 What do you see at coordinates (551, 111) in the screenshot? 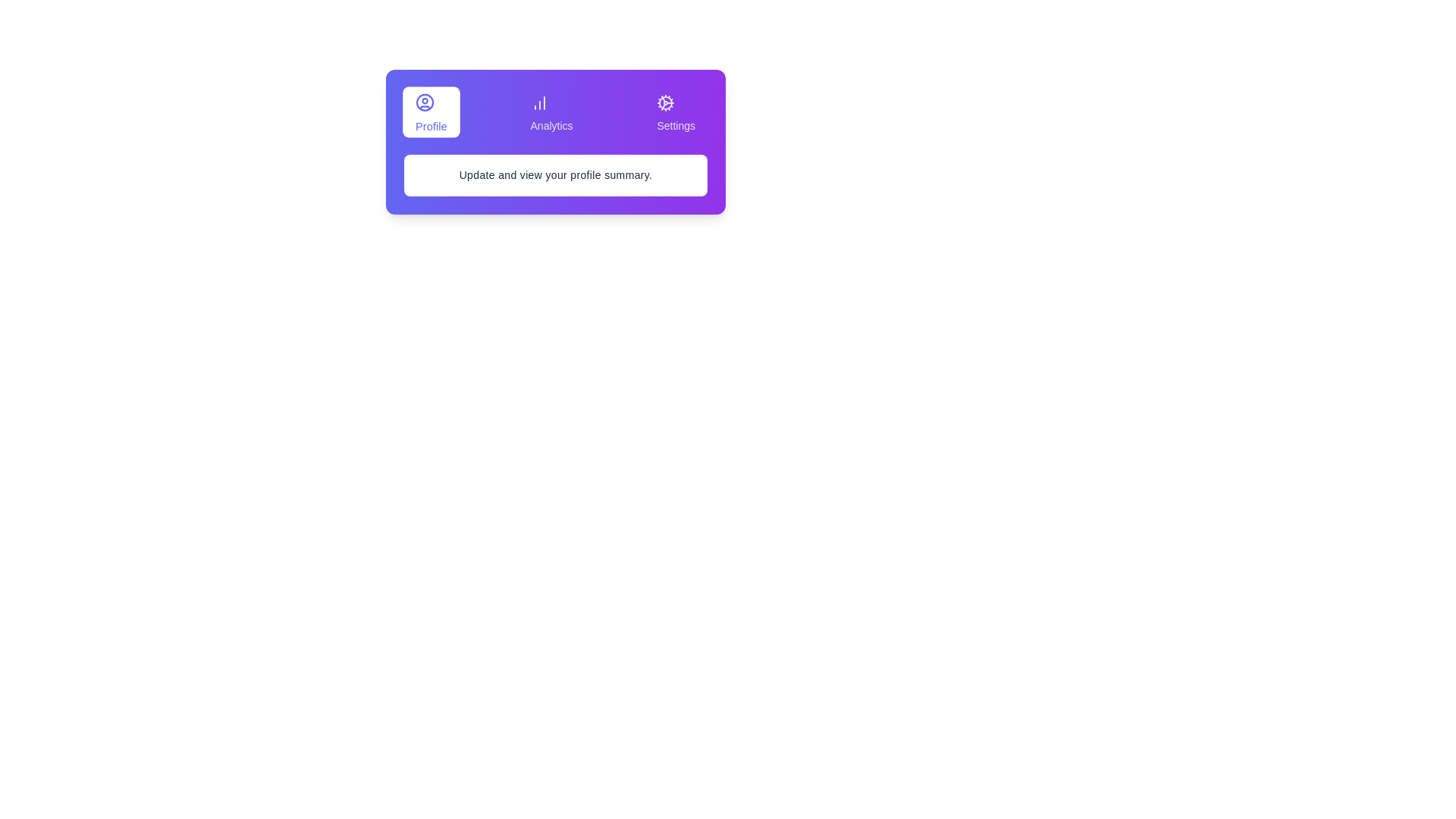
I see `the Analytics tab to trigger hover effects` at bounding box center [551, 111].